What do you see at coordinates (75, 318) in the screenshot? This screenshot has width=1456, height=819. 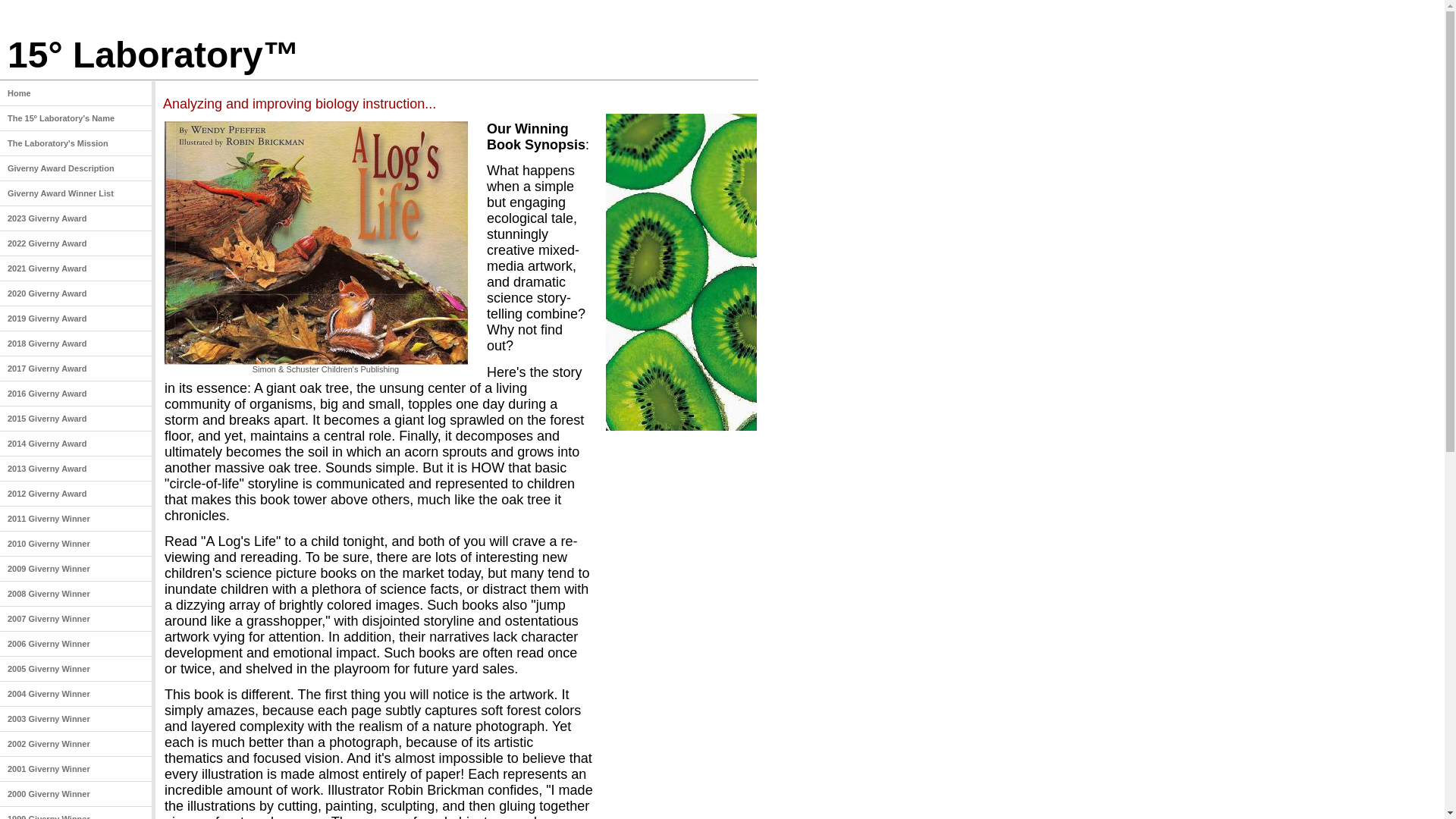 I see `'2019 Giverny Award'` at bounding box center [75, 318].